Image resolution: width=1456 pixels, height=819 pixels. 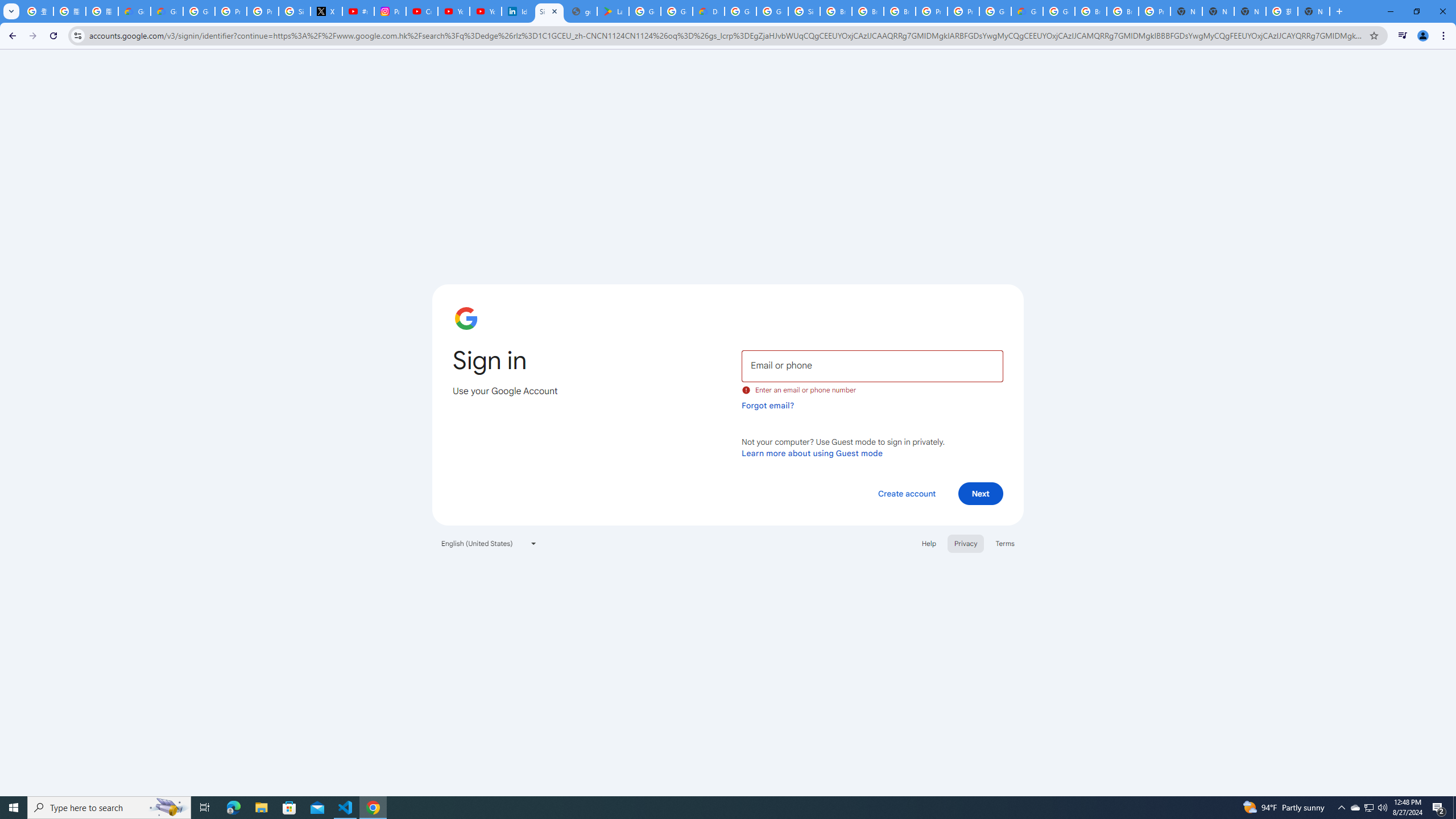 What do you see at coordinates (812, 453) in the screenshot?
I see `'Learn more about using Guest mode'` at bounding box center [812, 453].